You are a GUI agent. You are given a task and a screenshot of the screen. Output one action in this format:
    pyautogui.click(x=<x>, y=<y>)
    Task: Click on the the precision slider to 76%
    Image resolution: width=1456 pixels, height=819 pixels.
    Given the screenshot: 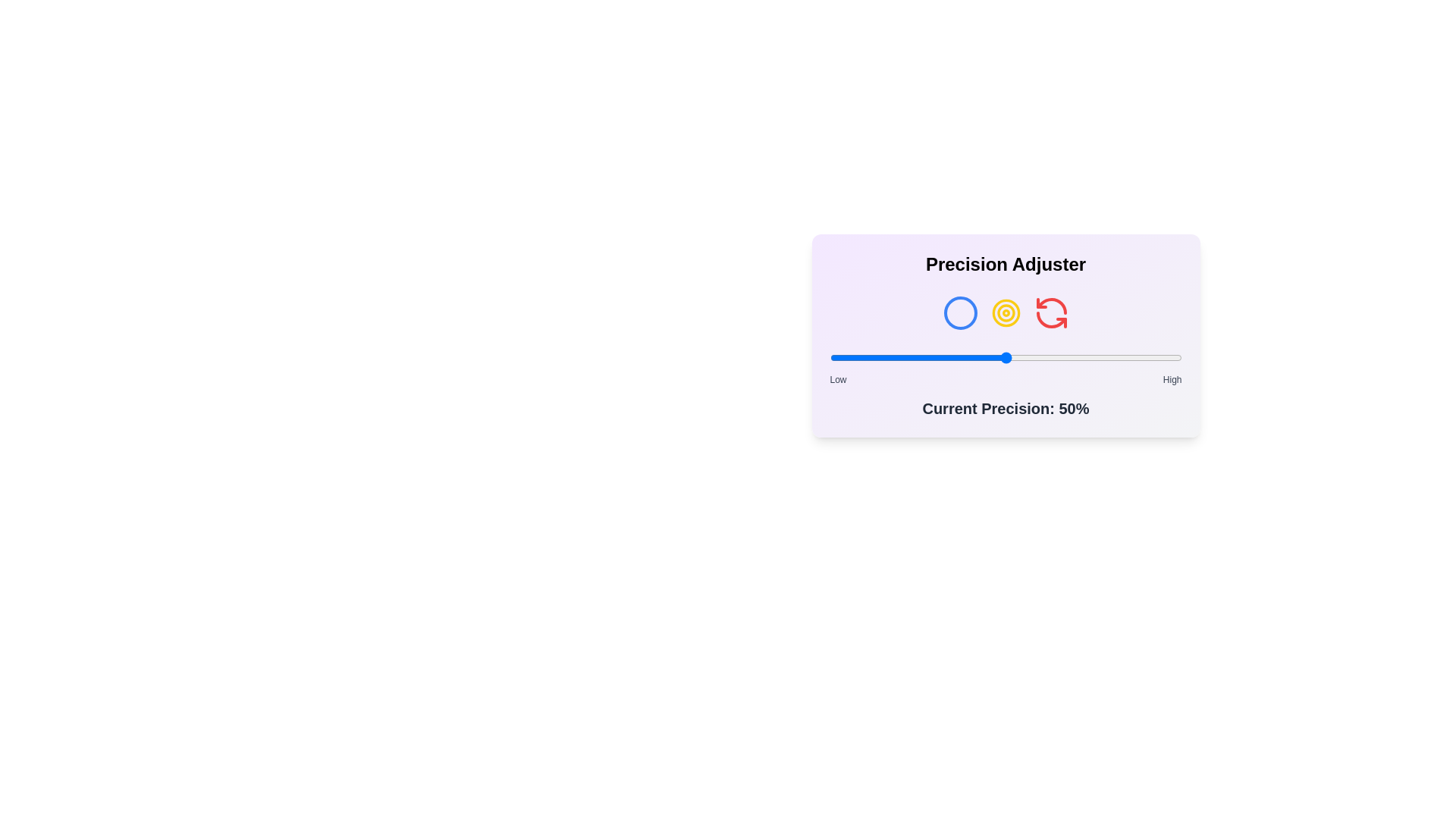 What is the action you would take?
    pyautogui.click(x=1097, y=357)
    